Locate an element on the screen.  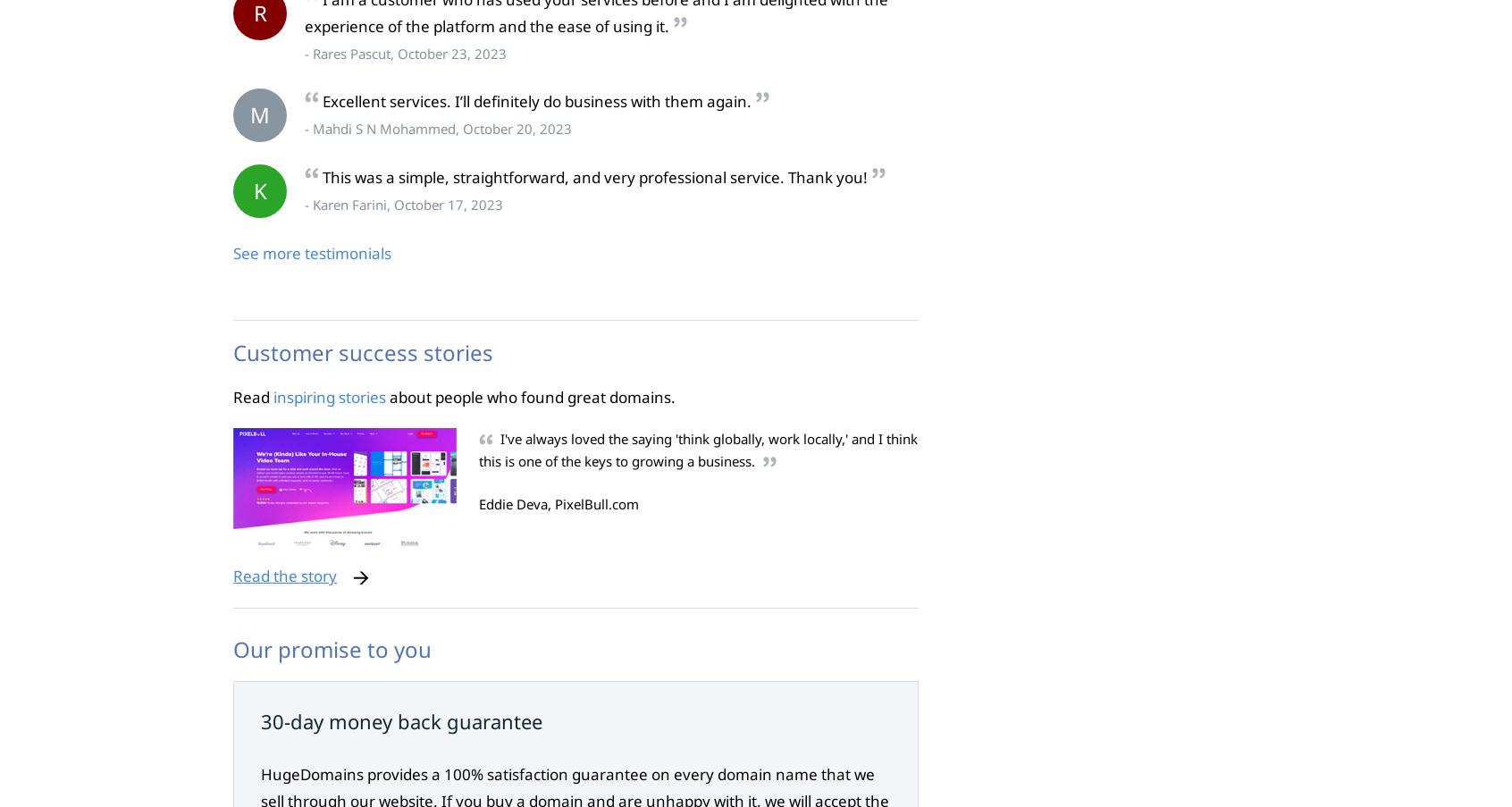
'See more testimonials' is located at coordinates (233, 252).